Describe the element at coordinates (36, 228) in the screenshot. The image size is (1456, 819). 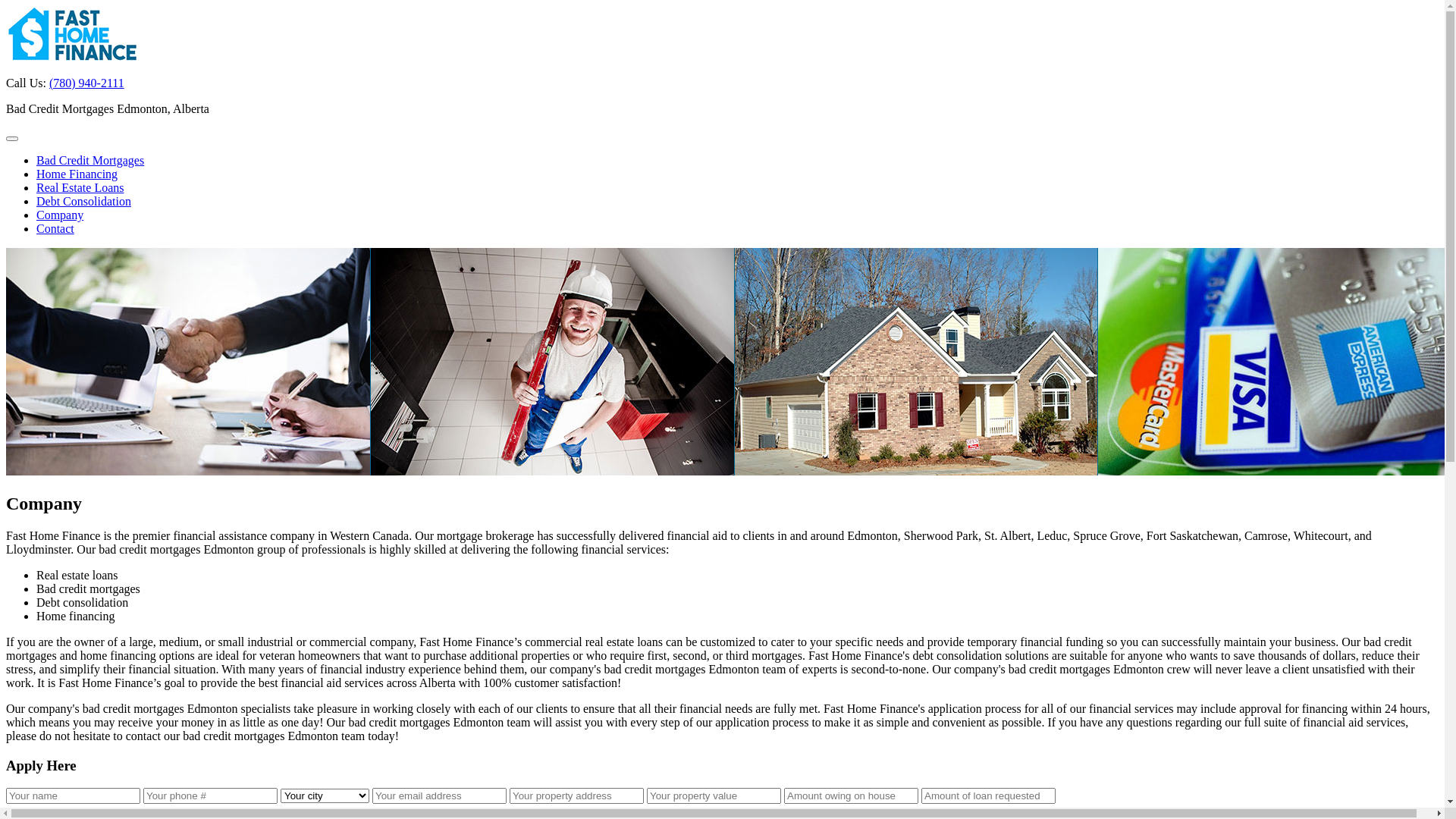
I see `'Contact'` at that location.